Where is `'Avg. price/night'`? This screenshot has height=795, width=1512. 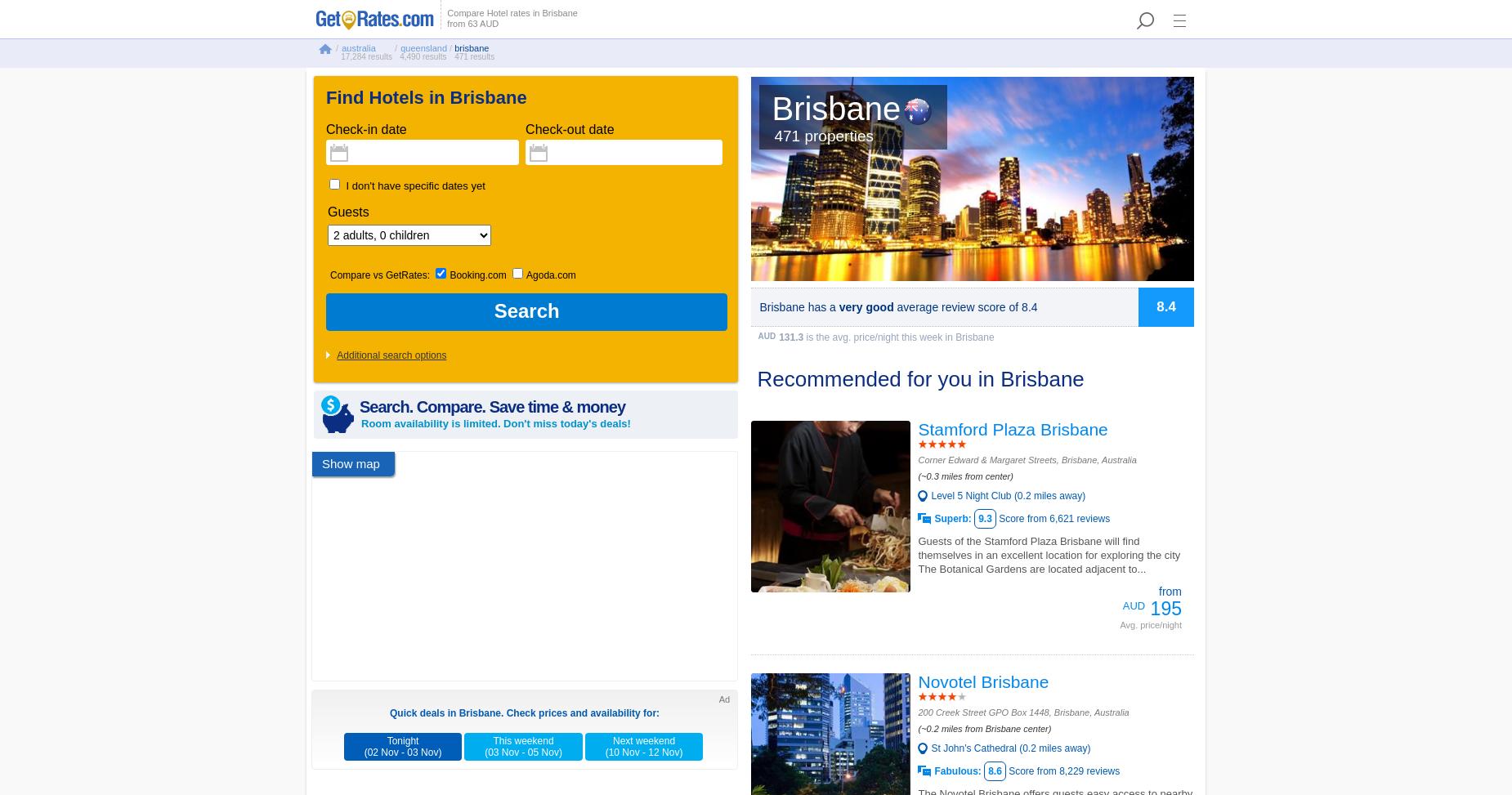
'Avg. price/night' is located at coordinates (1151, 623).